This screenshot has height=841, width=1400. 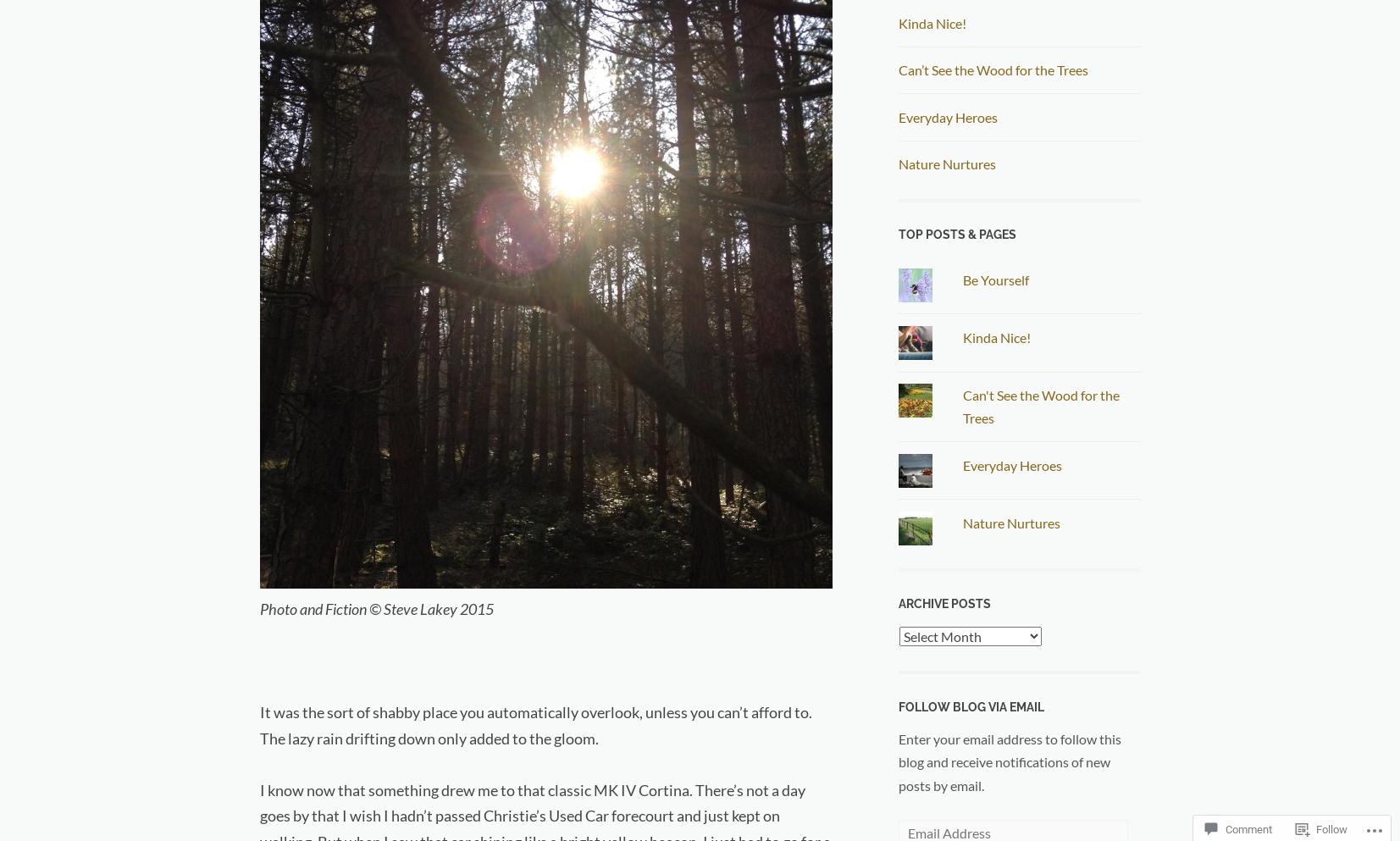 I want to click on 'Follow', so click(x=1331, y=829).